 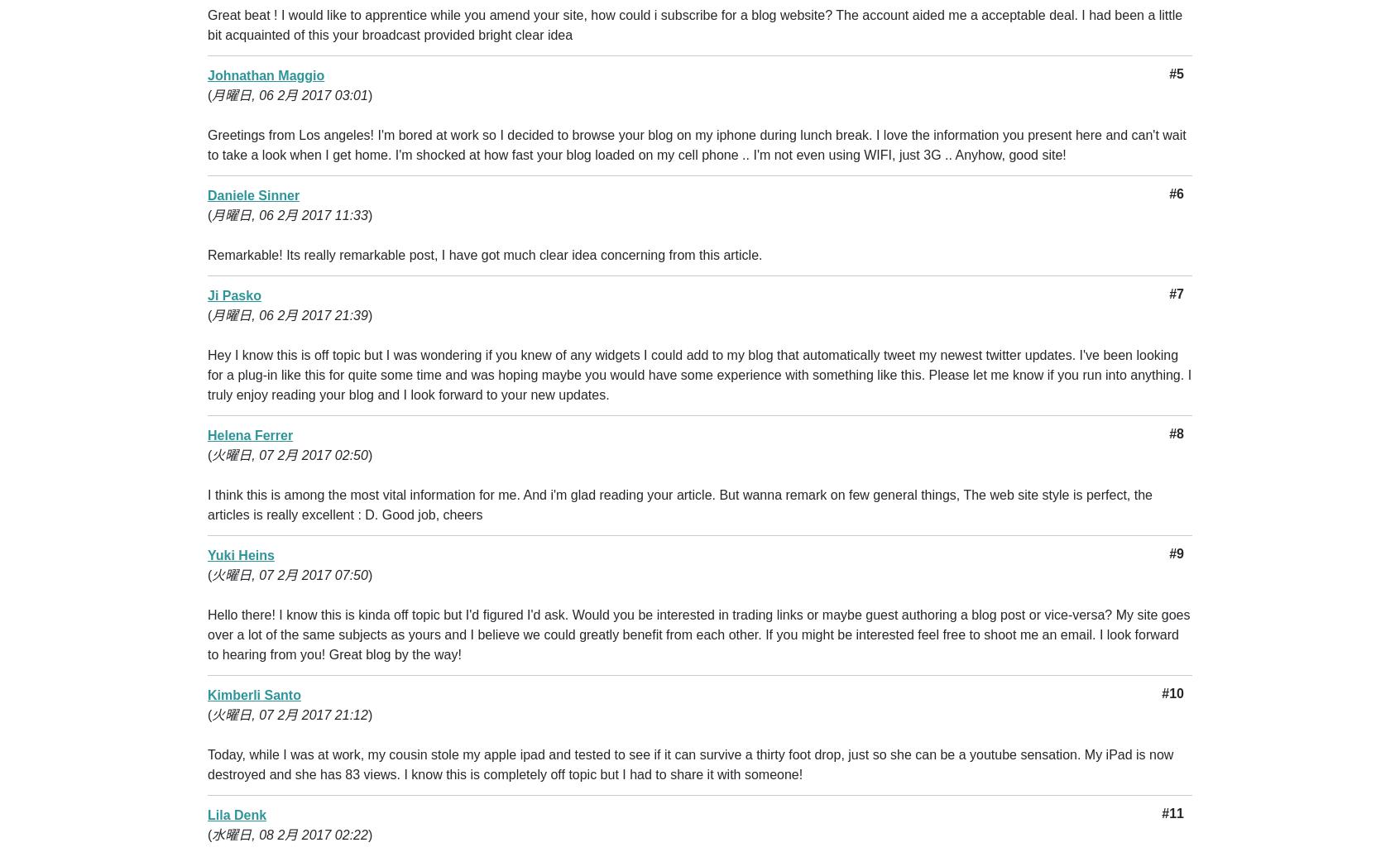 What do you see at coordinates (207, 815) in the screenshot?
I see `'Lila Denk'` at bounding box center [207, 815].